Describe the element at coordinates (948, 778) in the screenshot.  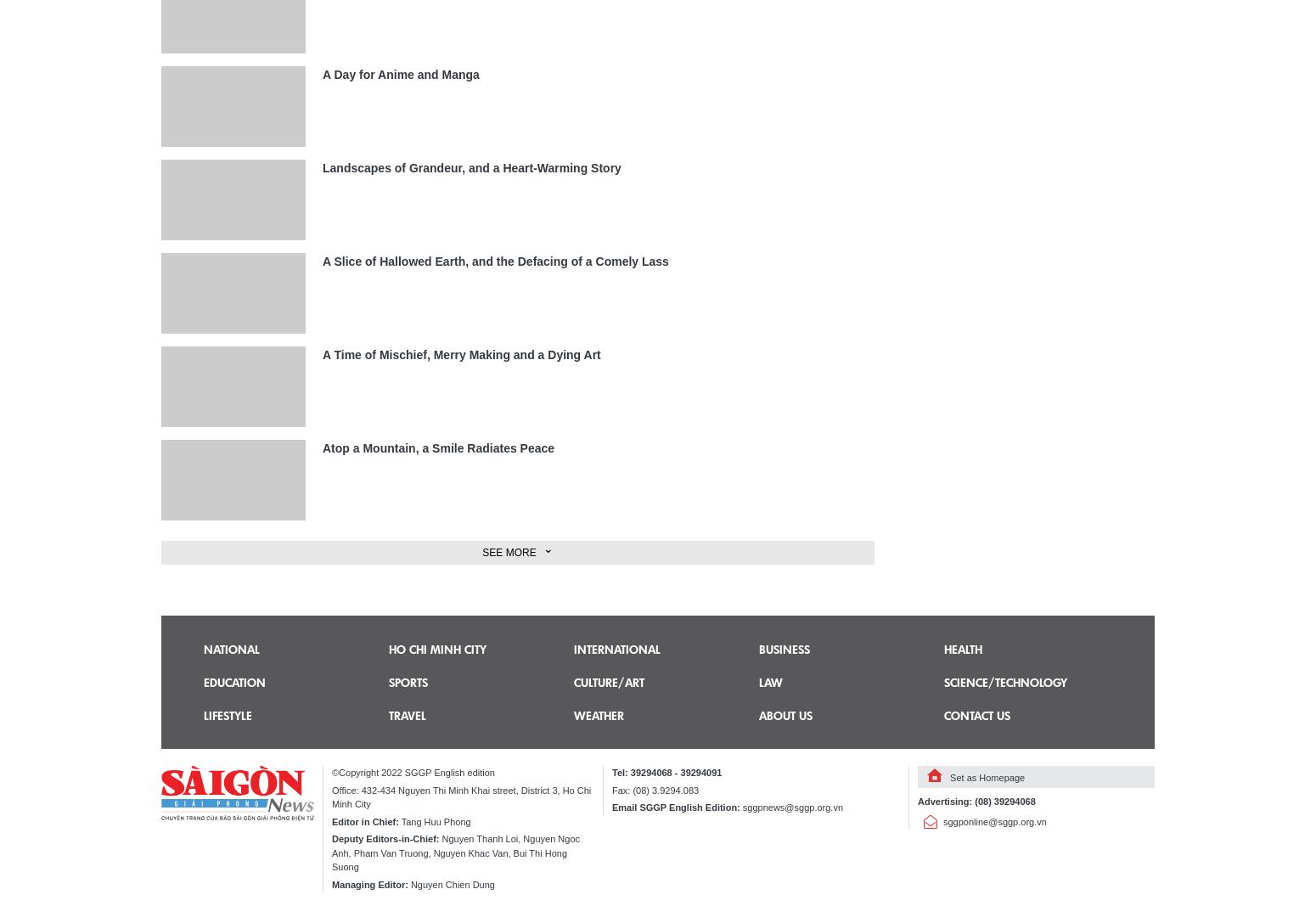
I see `'Set as Homepage'` at that location.